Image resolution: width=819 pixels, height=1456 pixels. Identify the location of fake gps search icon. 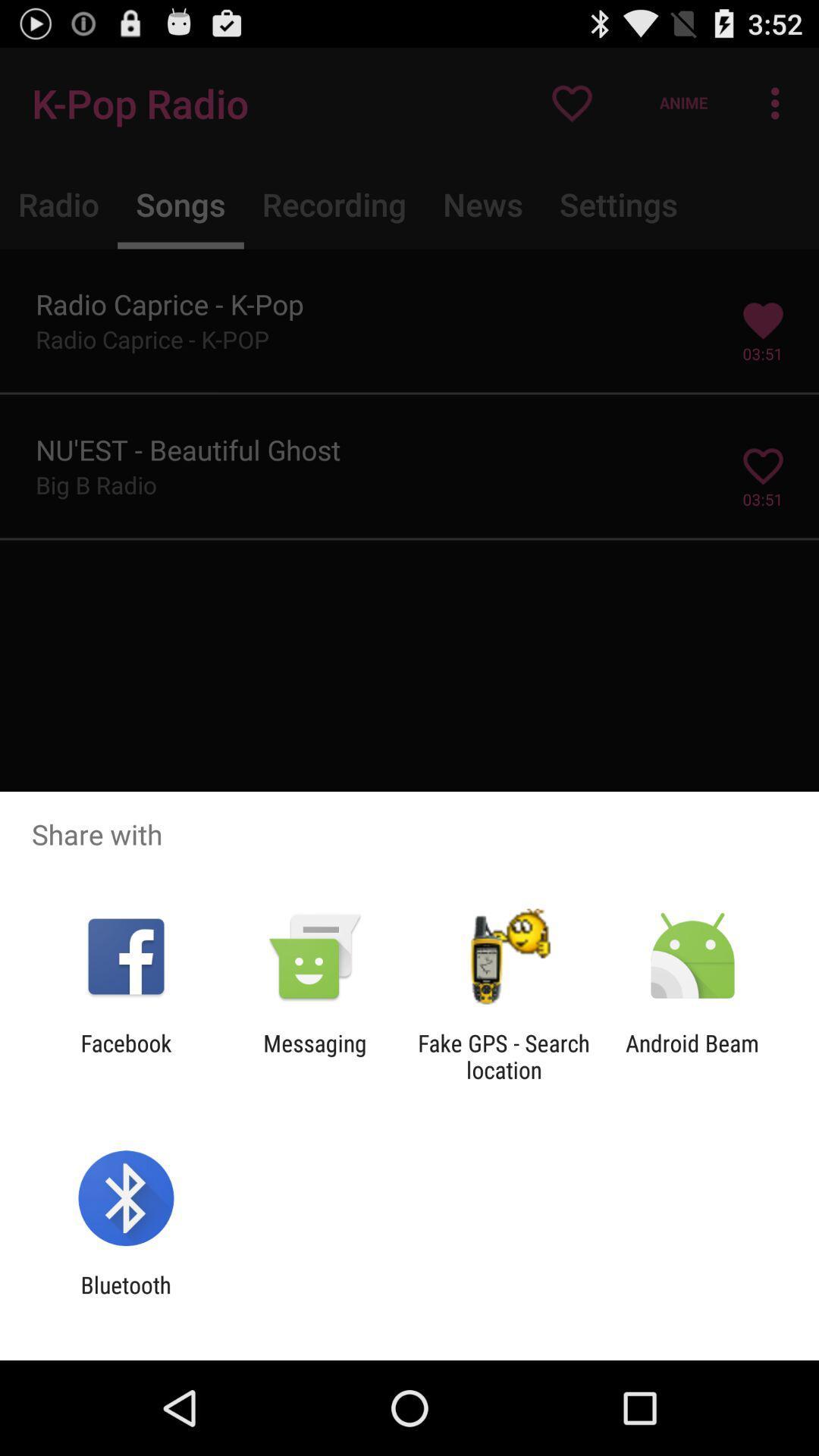
(504, 1056).